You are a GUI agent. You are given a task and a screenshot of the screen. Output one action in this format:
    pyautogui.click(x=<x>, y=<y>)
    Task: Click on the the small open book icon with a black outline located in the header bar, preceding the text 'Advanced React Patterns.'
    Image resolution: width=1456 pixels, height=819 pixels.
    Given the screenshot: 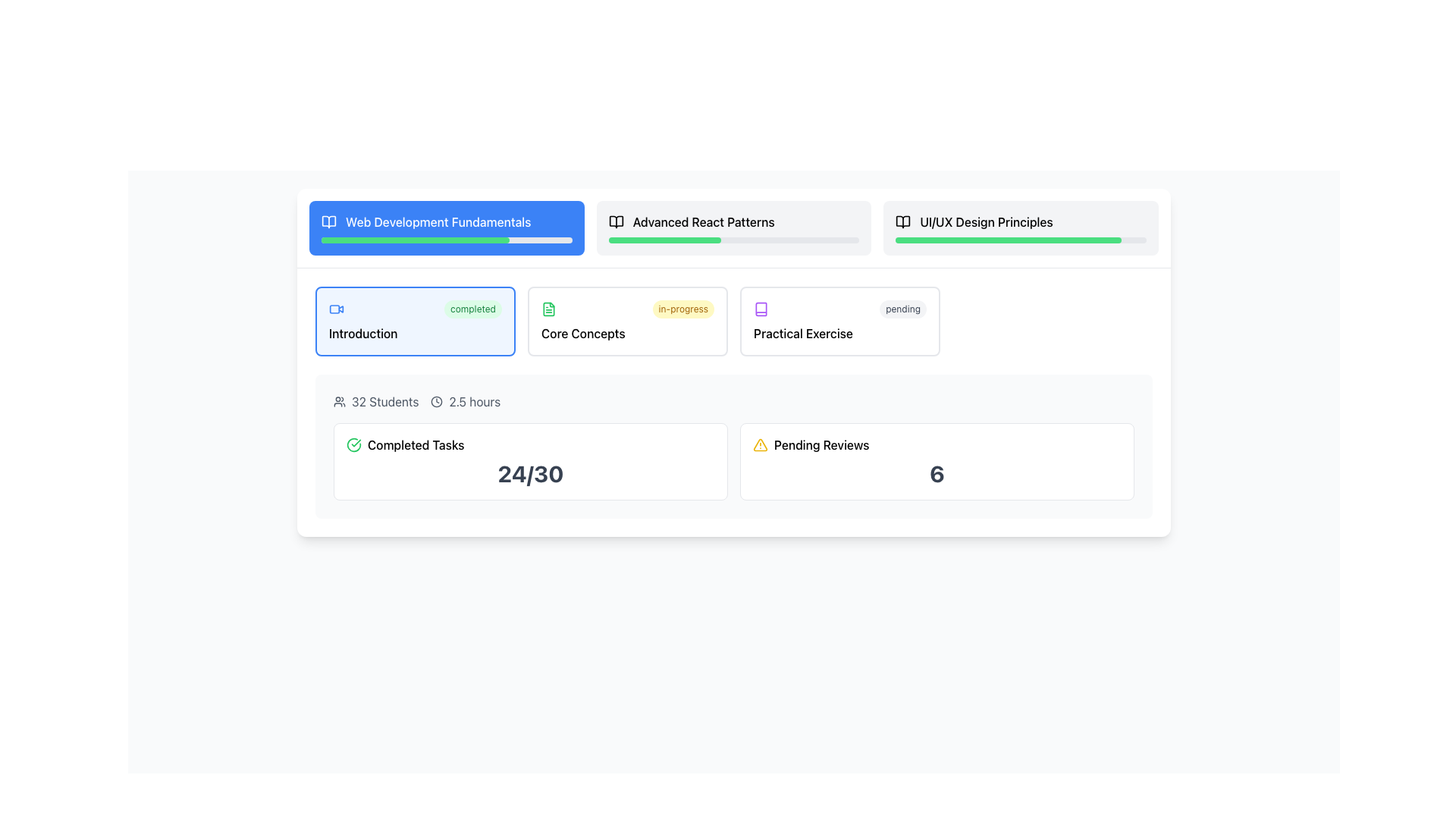 What is the action you would take?
    pyautogui.click(x=616, y=222)
    